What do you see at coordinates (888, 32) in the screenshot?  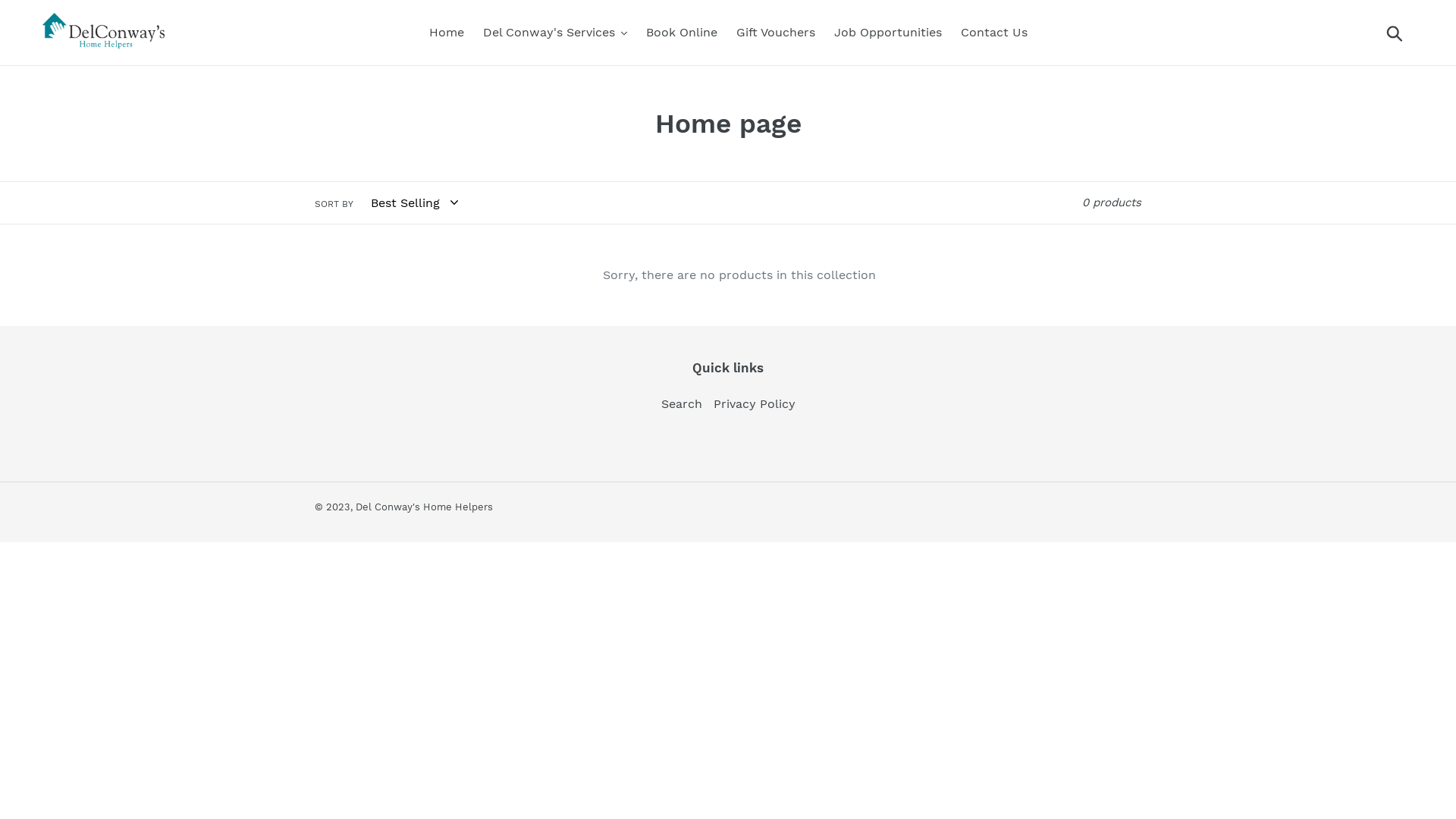 I see `'Job Opportunities'` at bounding box center [888, 32].